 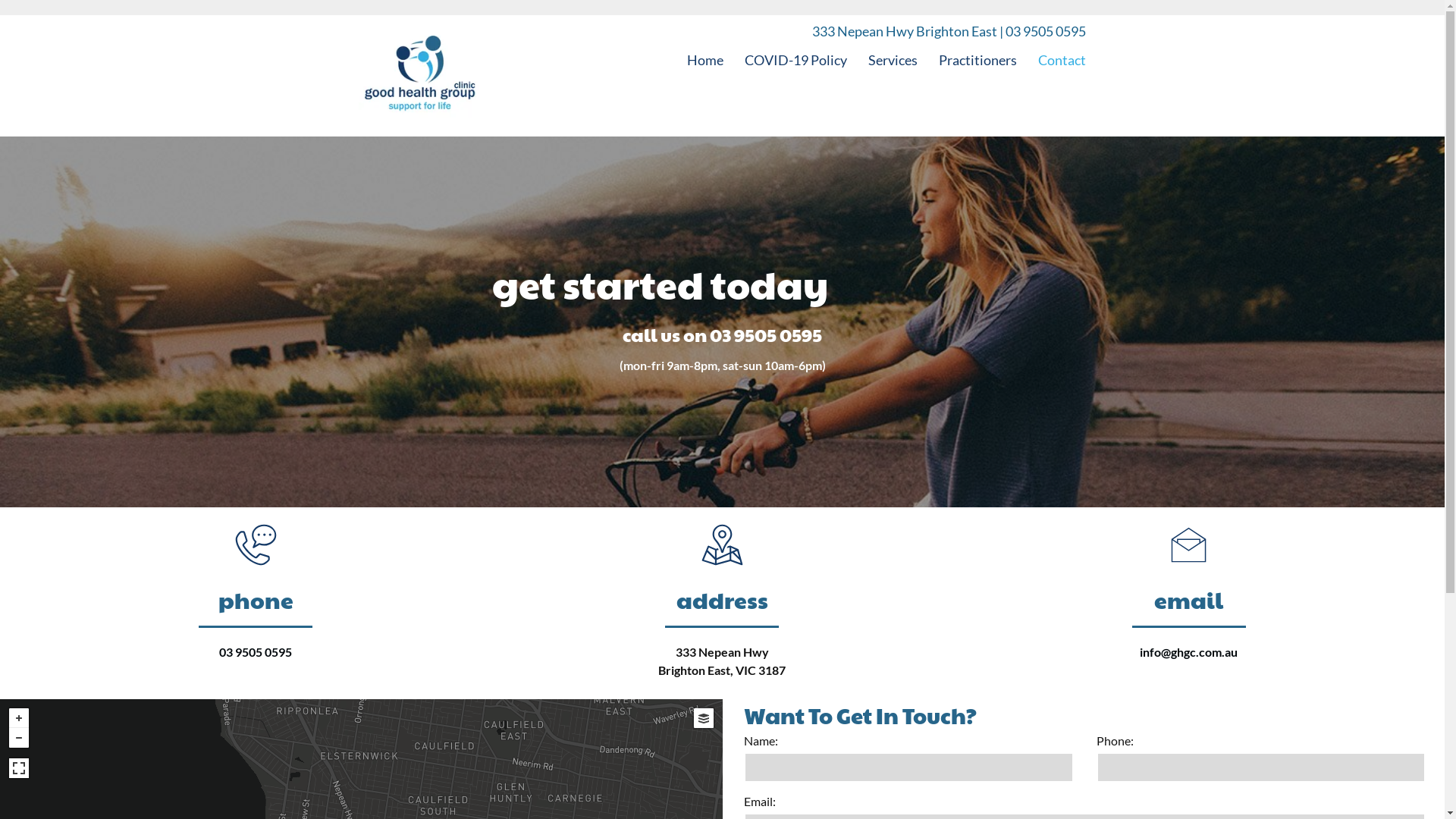 I want to click on 'COVID-19 Policy', so click(x=745, y=58).